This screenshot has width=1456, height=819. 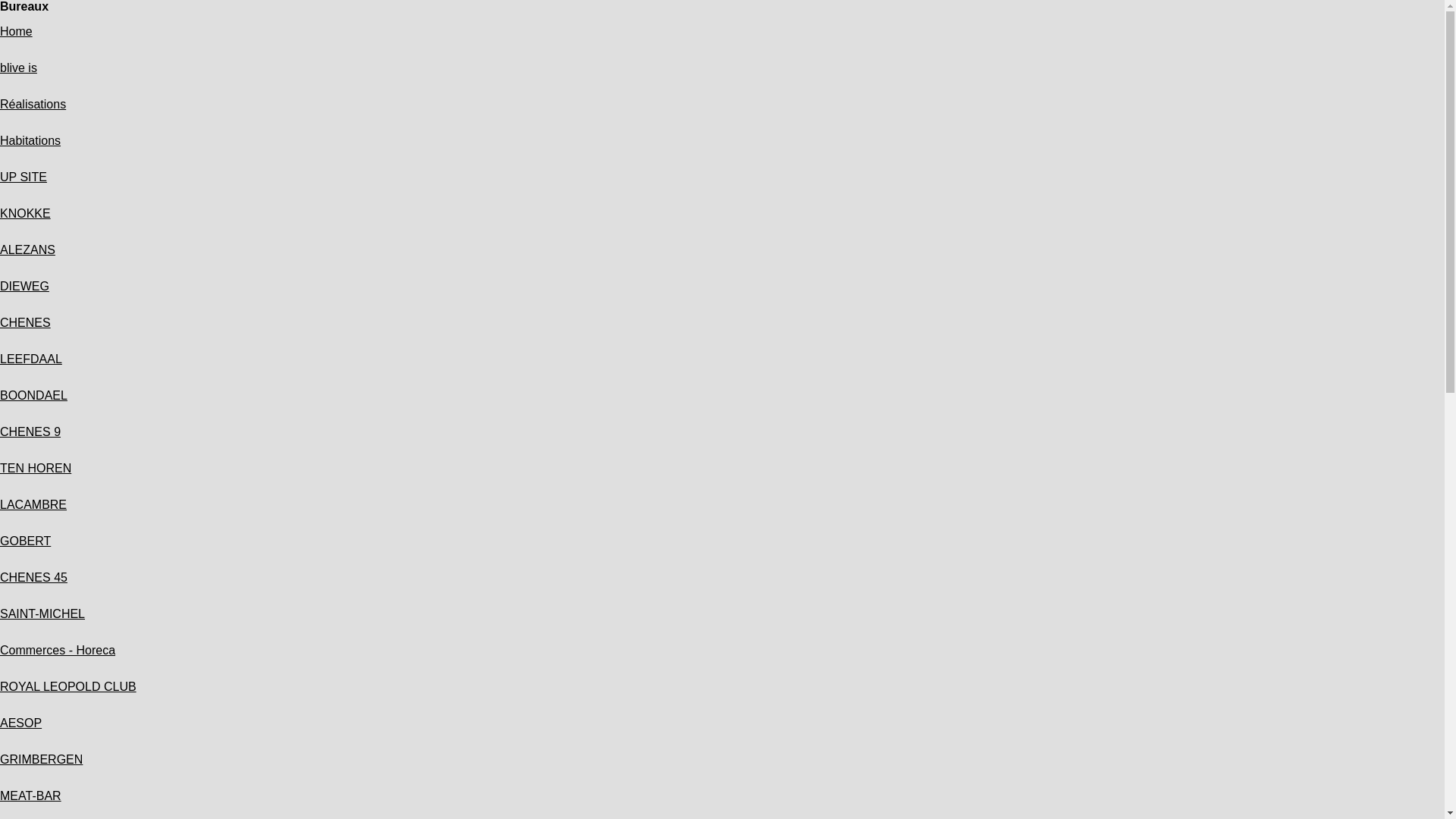 I want to click on 'Habitations', so click(x=0, y=140).